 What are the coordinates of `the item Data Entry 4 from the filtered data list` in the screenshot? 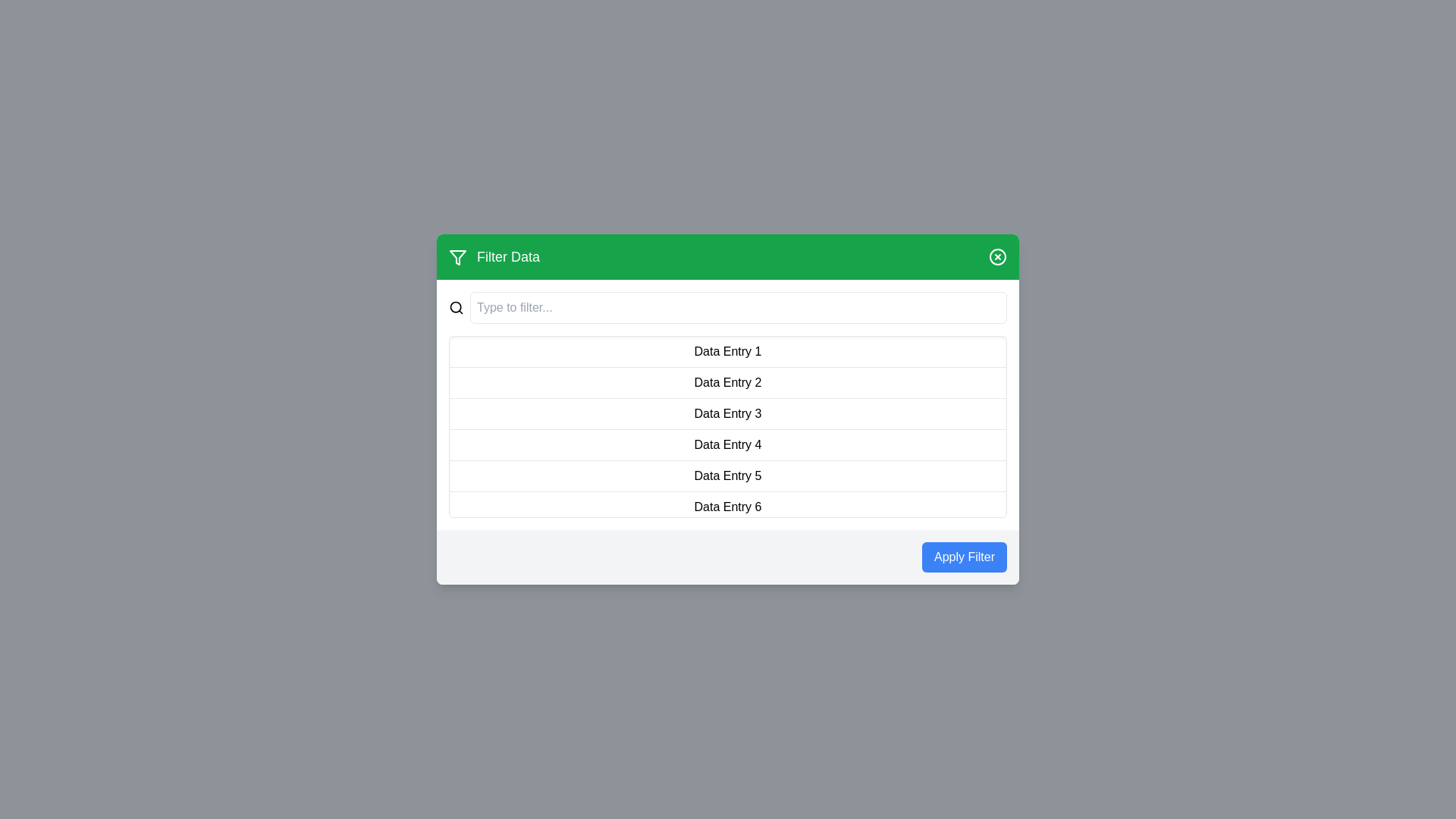 It's located at (728, 444).